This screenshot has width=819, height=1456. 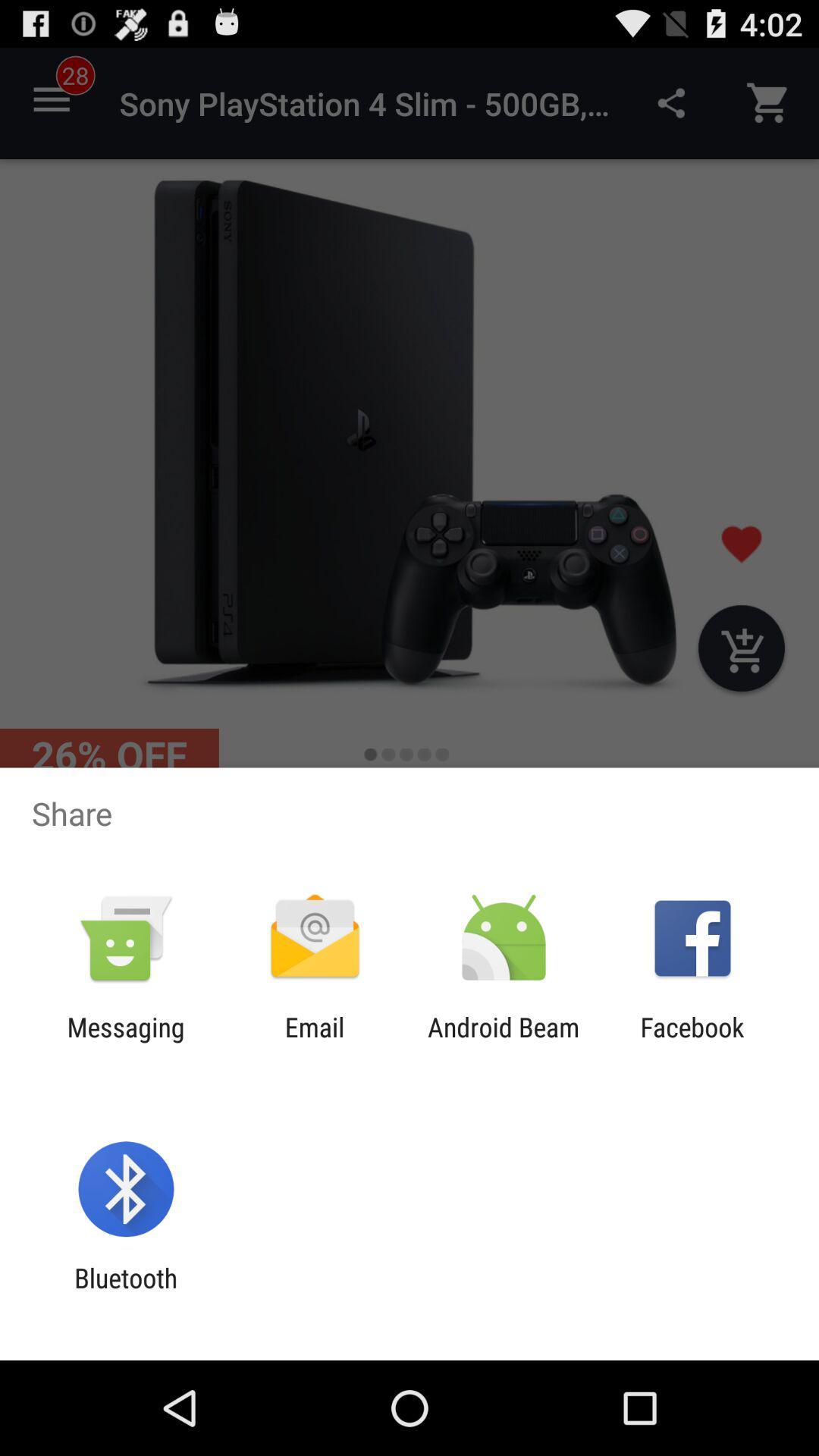 I want to click on icon next to facebook item, so click(x=504, y=1042).